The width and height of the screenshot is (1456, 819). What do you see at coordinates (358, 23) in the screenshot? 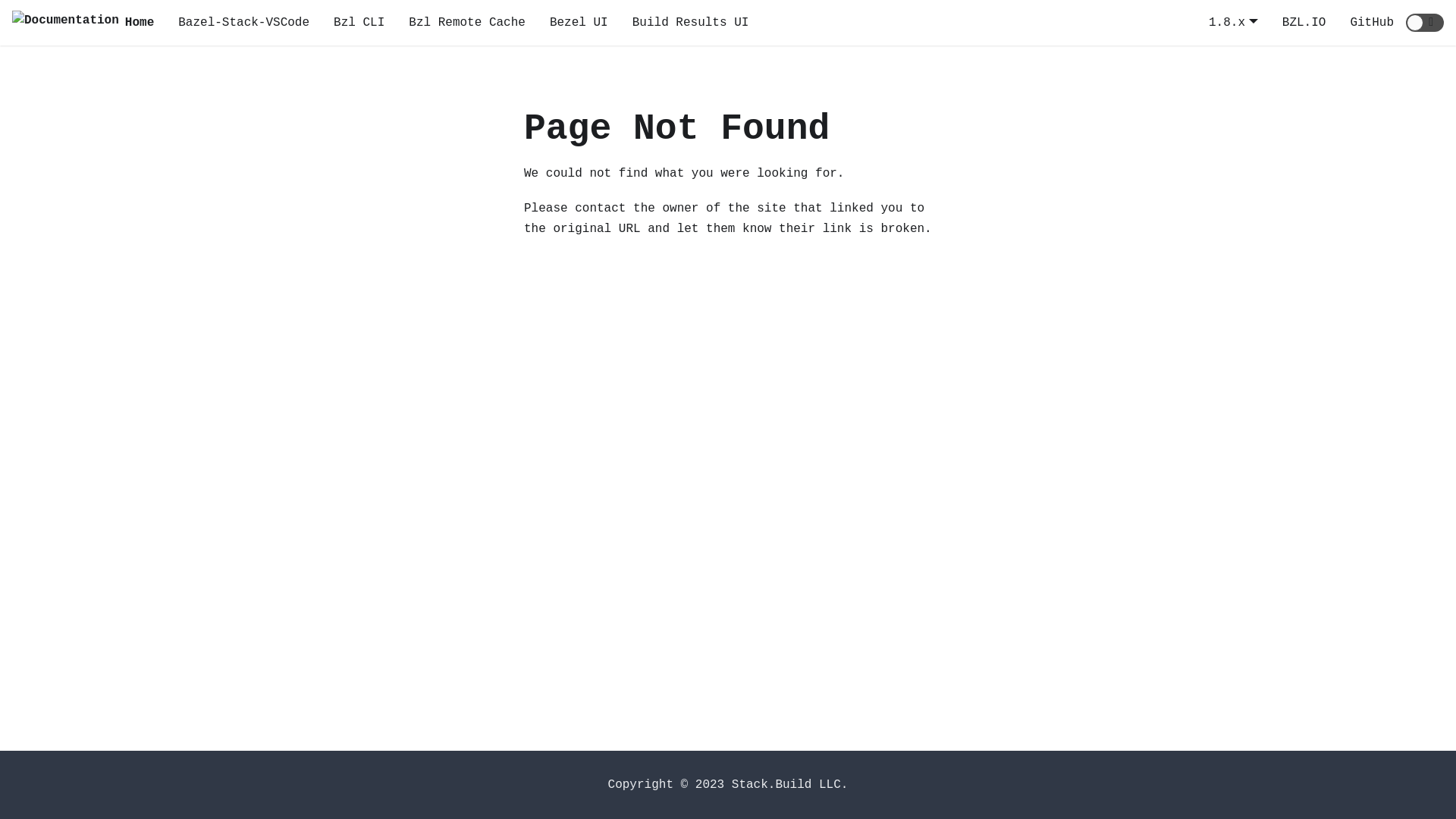
I see `'Bzl CLI'` at bounding box center [358, 23].